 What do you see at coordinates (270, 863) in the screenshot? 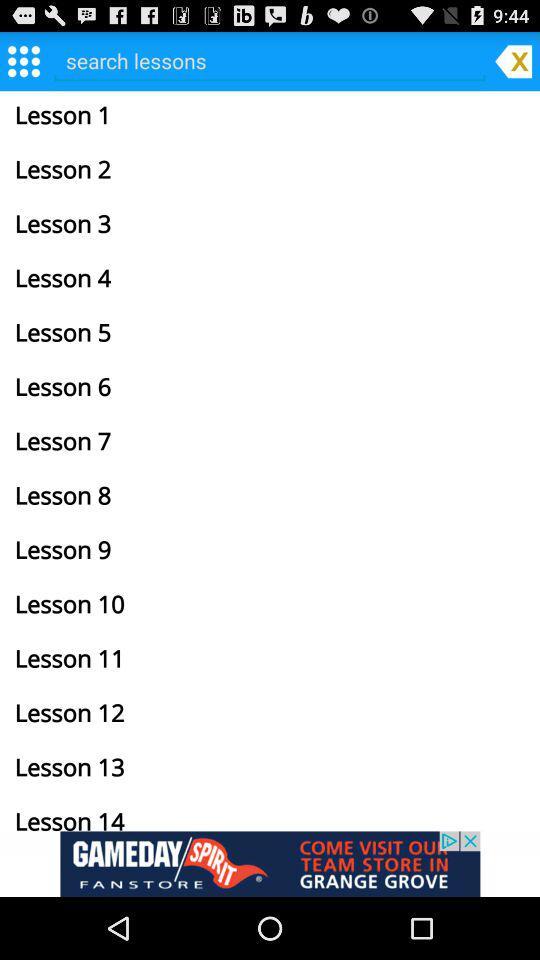
I see `advertisement link` at bounding box center [270, 863].